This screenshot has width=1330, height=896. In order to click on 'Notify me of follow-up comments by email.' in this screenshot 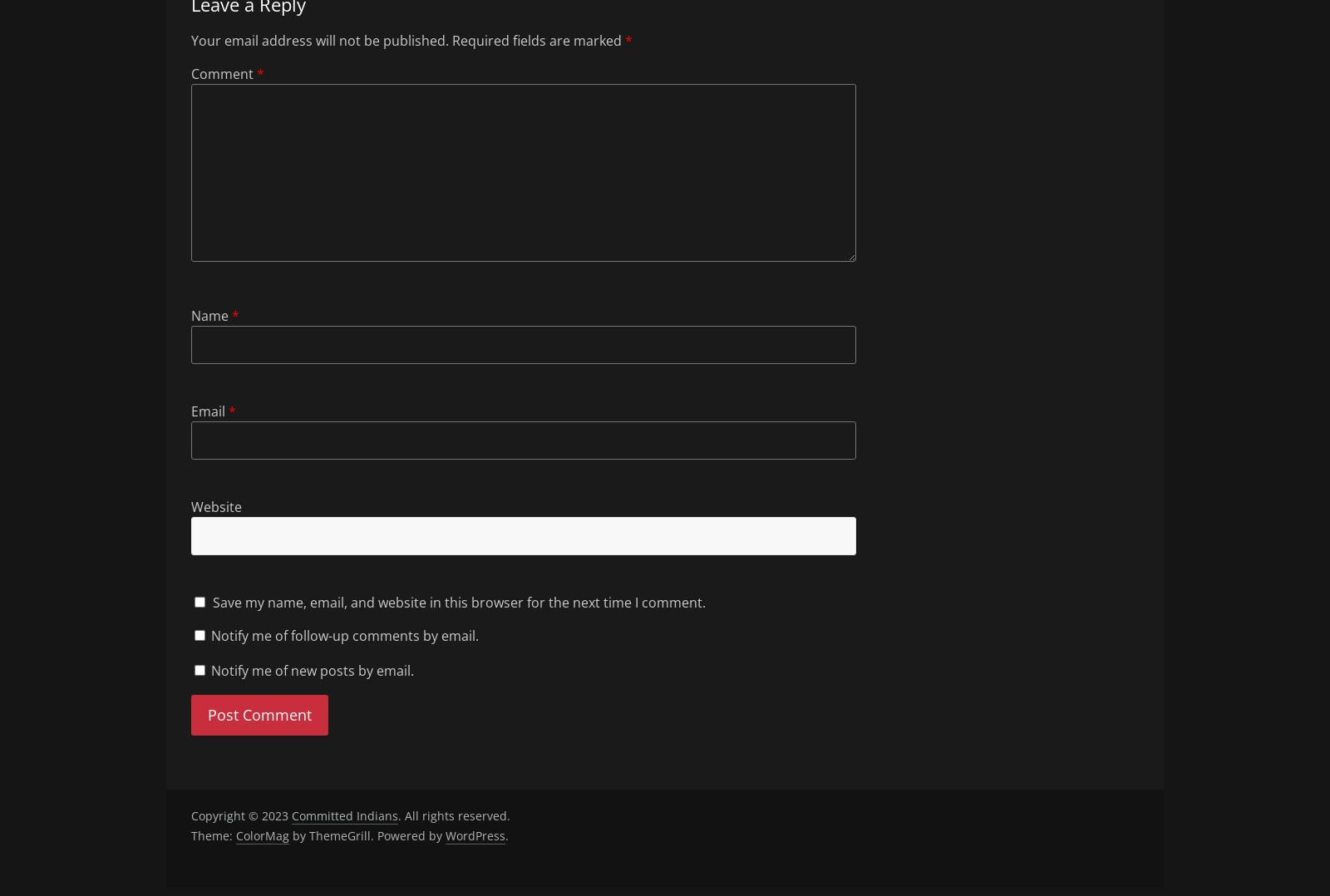, I will do `click(344, 635)`.